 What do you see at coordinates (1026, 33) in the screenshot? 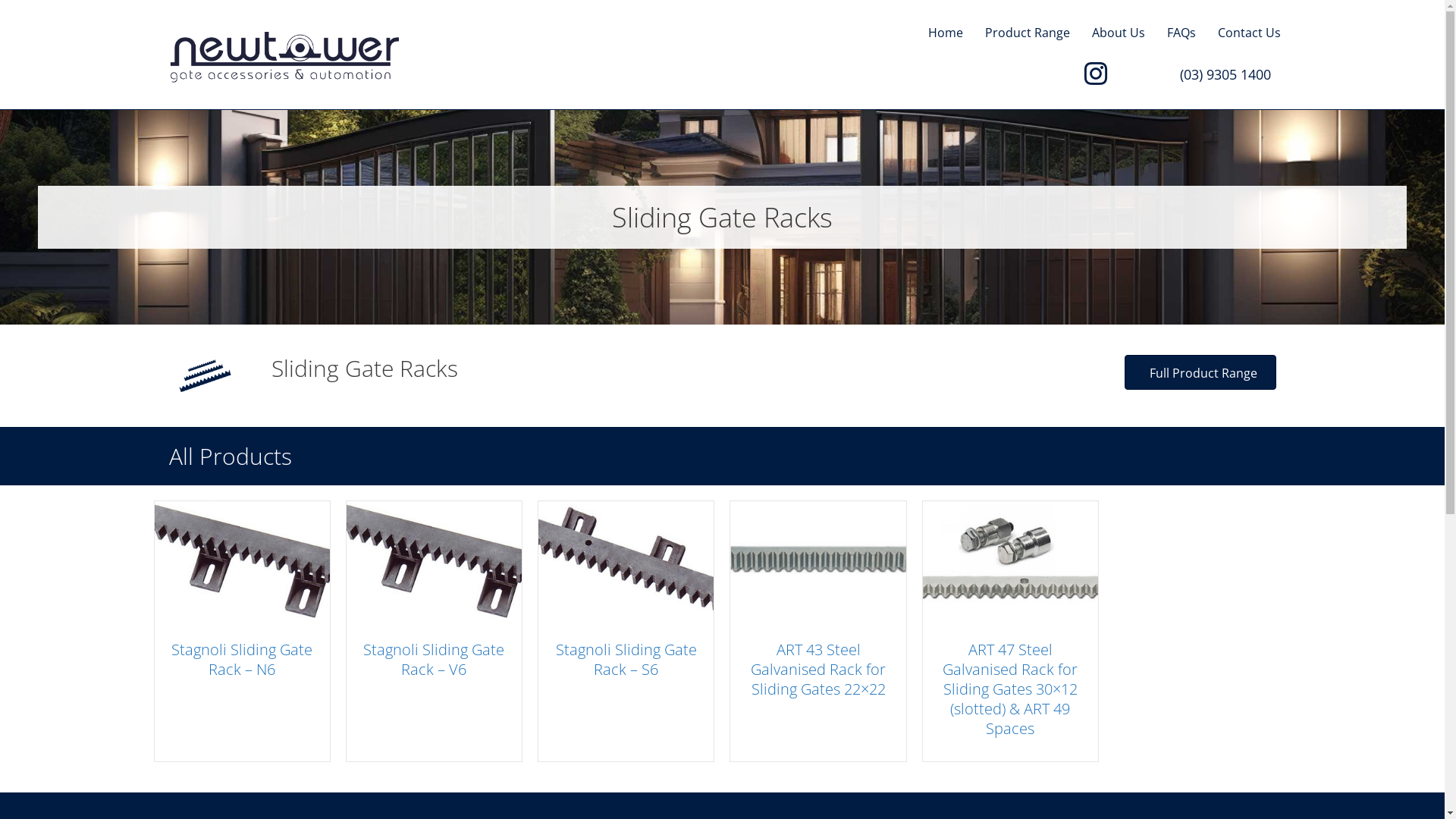
I see `'Product Range'` at bounding box center [1026, 33].